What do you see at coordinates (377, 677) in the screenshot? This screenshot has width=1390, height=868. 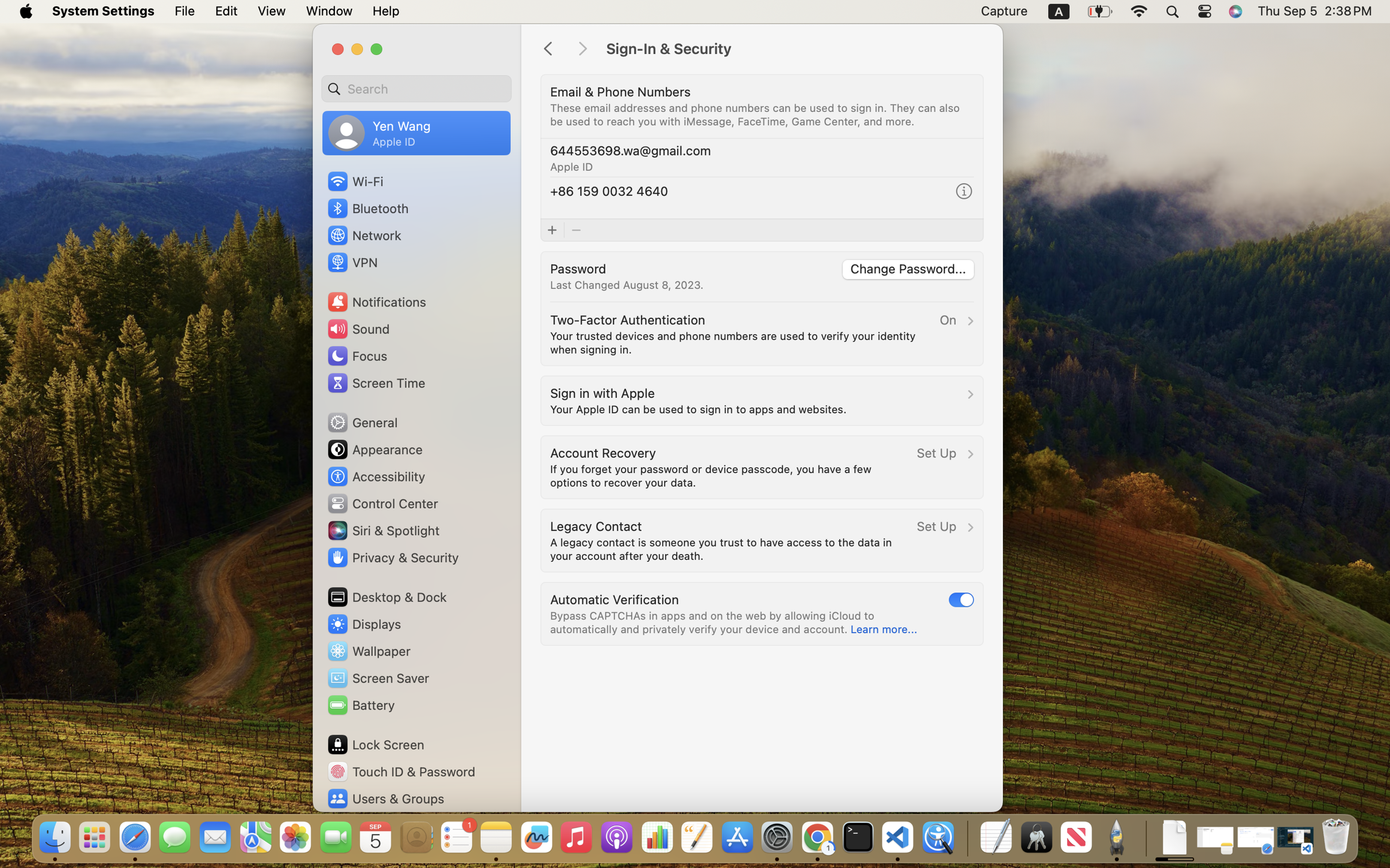 I see `'Screen Saver'` at bounding box center [377, 677].